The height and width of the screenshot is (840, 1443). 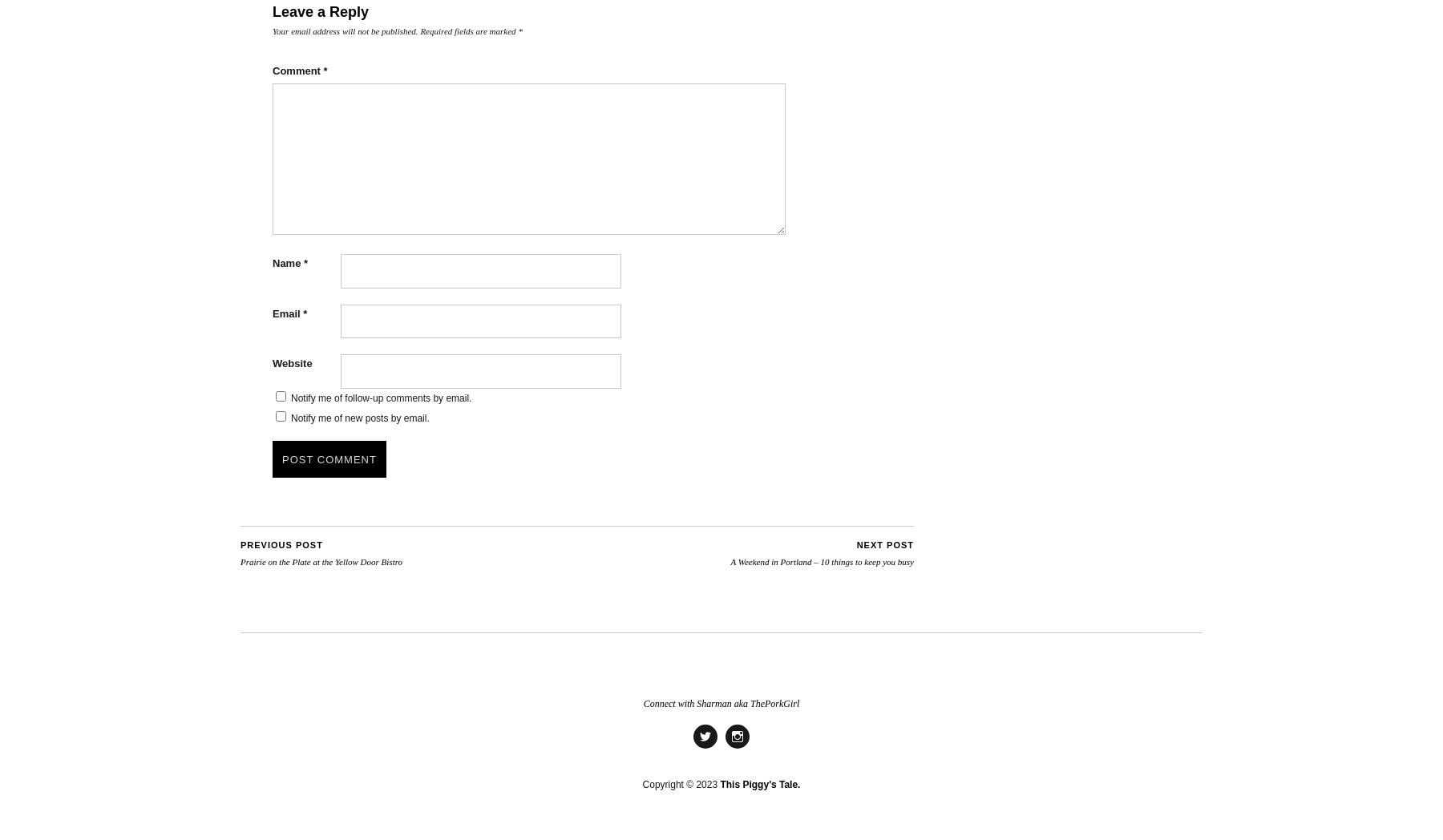 What do you see at coordinates (240, 559) in the screenshot?
I see `'Prairie on the Plate at the Yellow Door Bistro'` at bounding box center [240, 559].